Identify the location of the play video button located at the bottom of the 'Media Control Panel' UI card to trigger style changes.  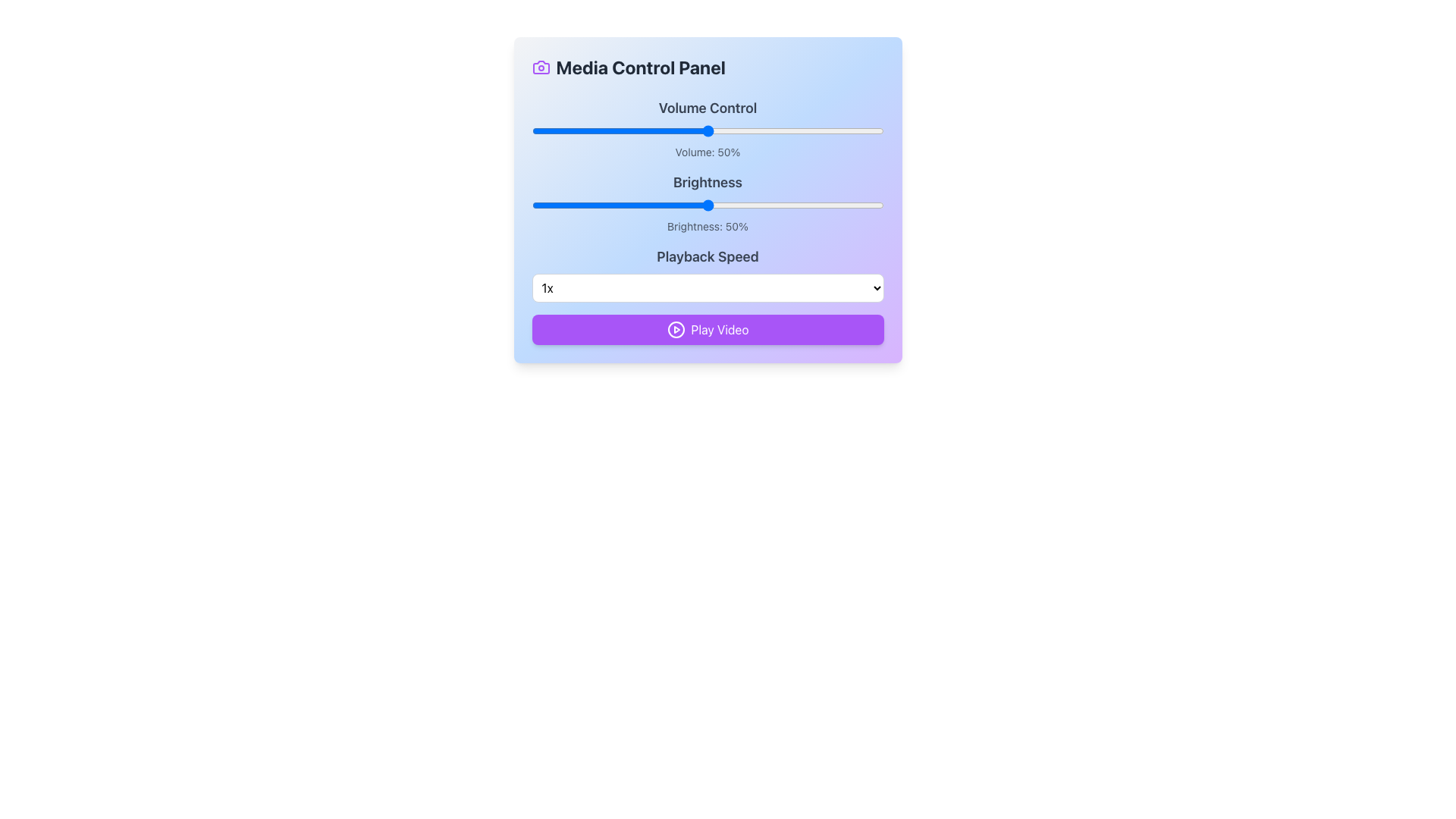
(707, 329).